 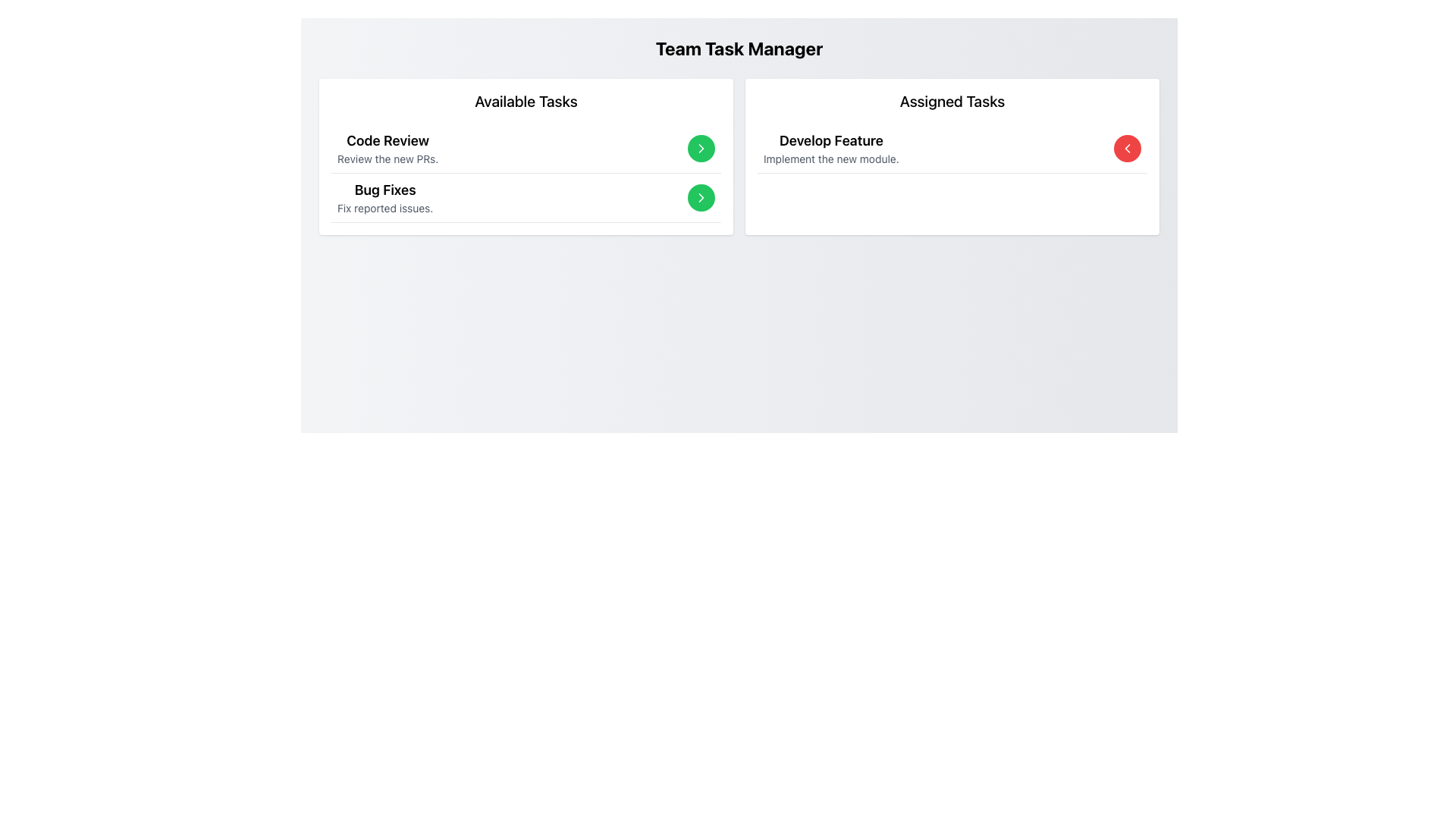 What do you see at coordinates (952, 102) in the screenshot?
I see `the Static text header that serves as the label for the 'Assigned Tasks' section` at bounding box center [952, 102].